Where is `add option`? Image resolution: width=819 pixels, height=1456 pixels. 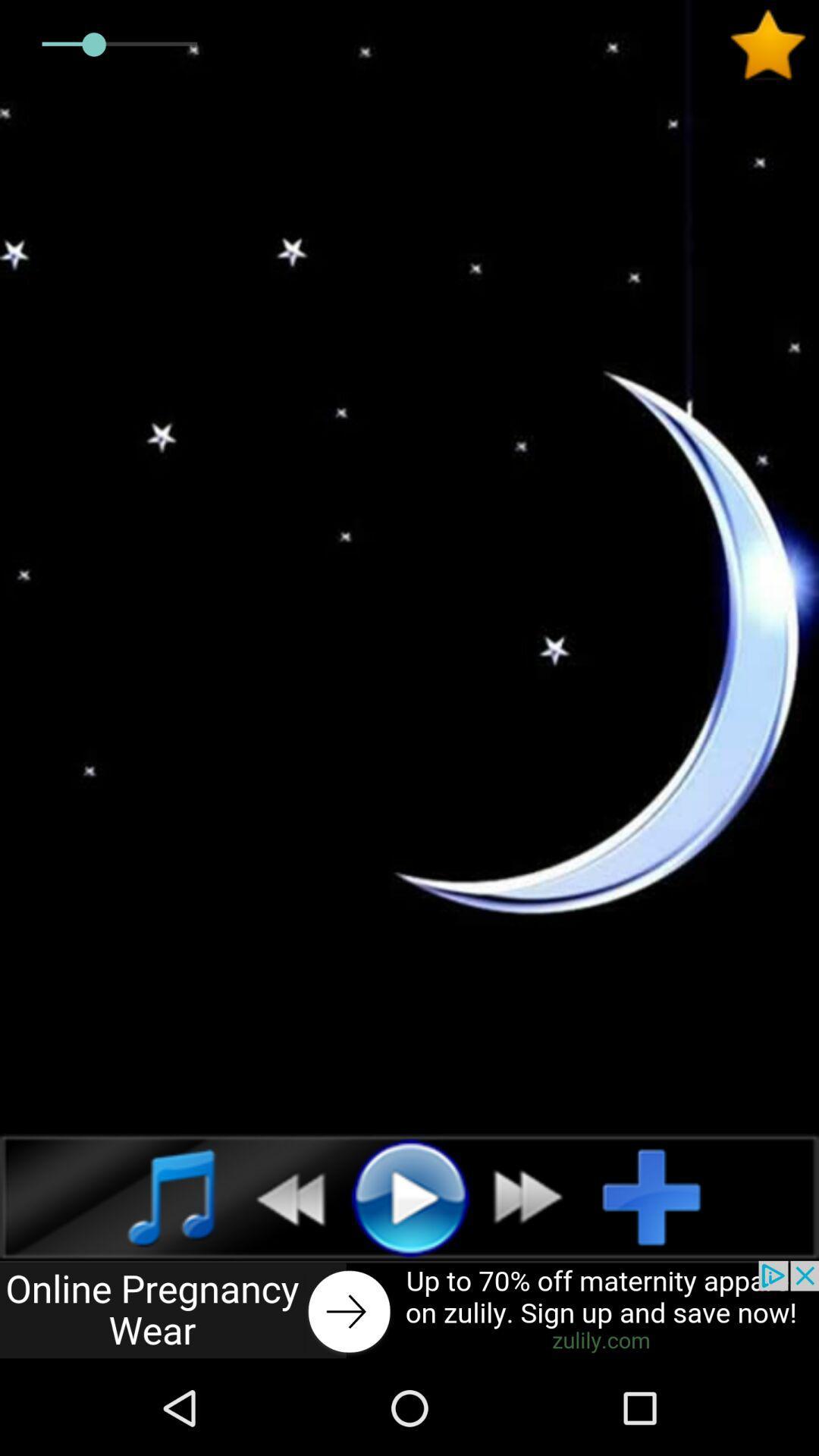 add option is located at coordinates (663, 1196).